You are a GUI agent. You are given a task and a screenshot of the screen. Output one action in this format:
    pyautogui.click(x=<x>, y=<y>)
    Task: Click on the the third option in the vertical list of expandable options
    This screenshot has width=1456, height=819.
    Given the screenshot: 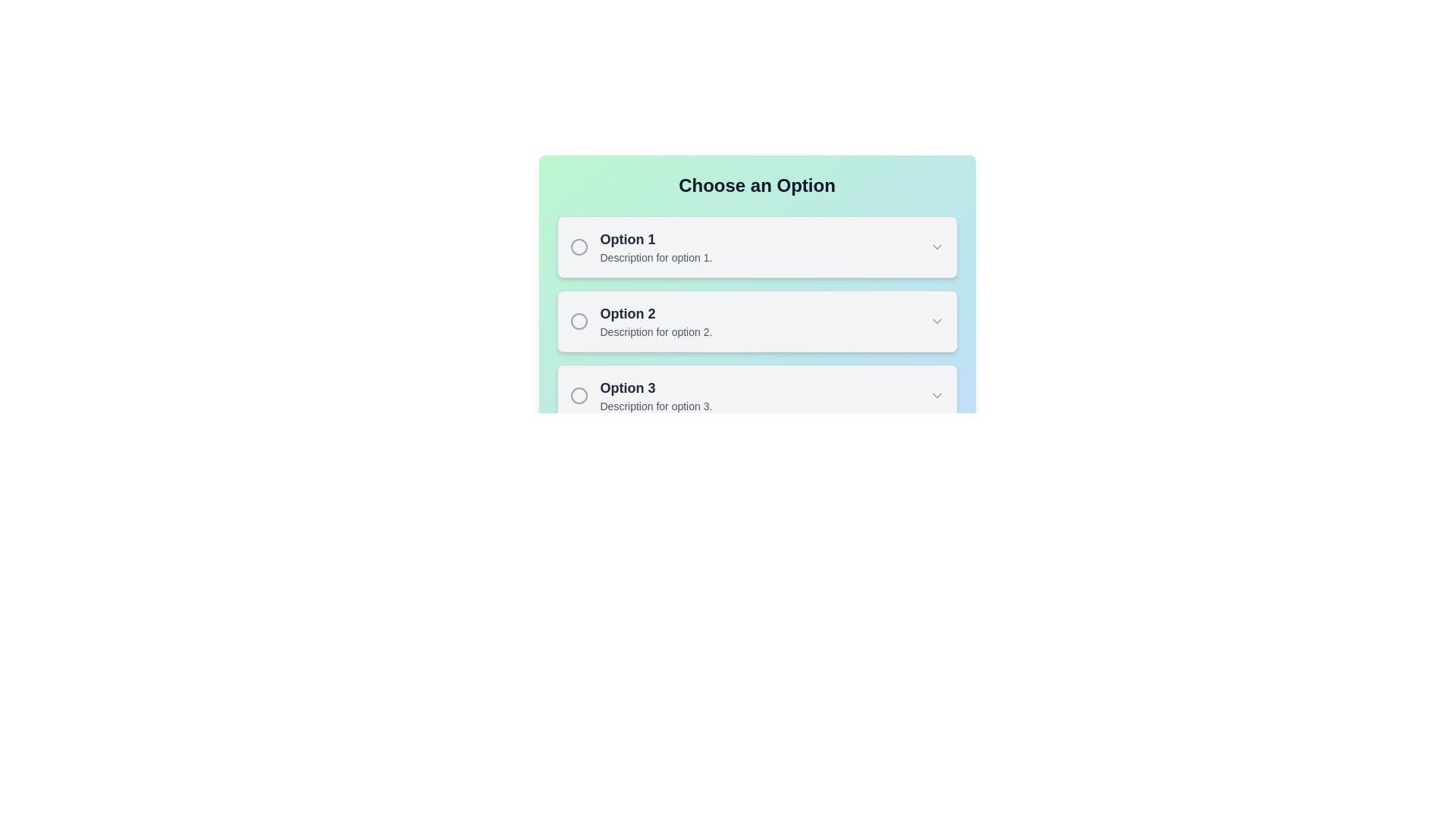 What is the action you would take?
    pyautogui.click(x=757, y=394)
    